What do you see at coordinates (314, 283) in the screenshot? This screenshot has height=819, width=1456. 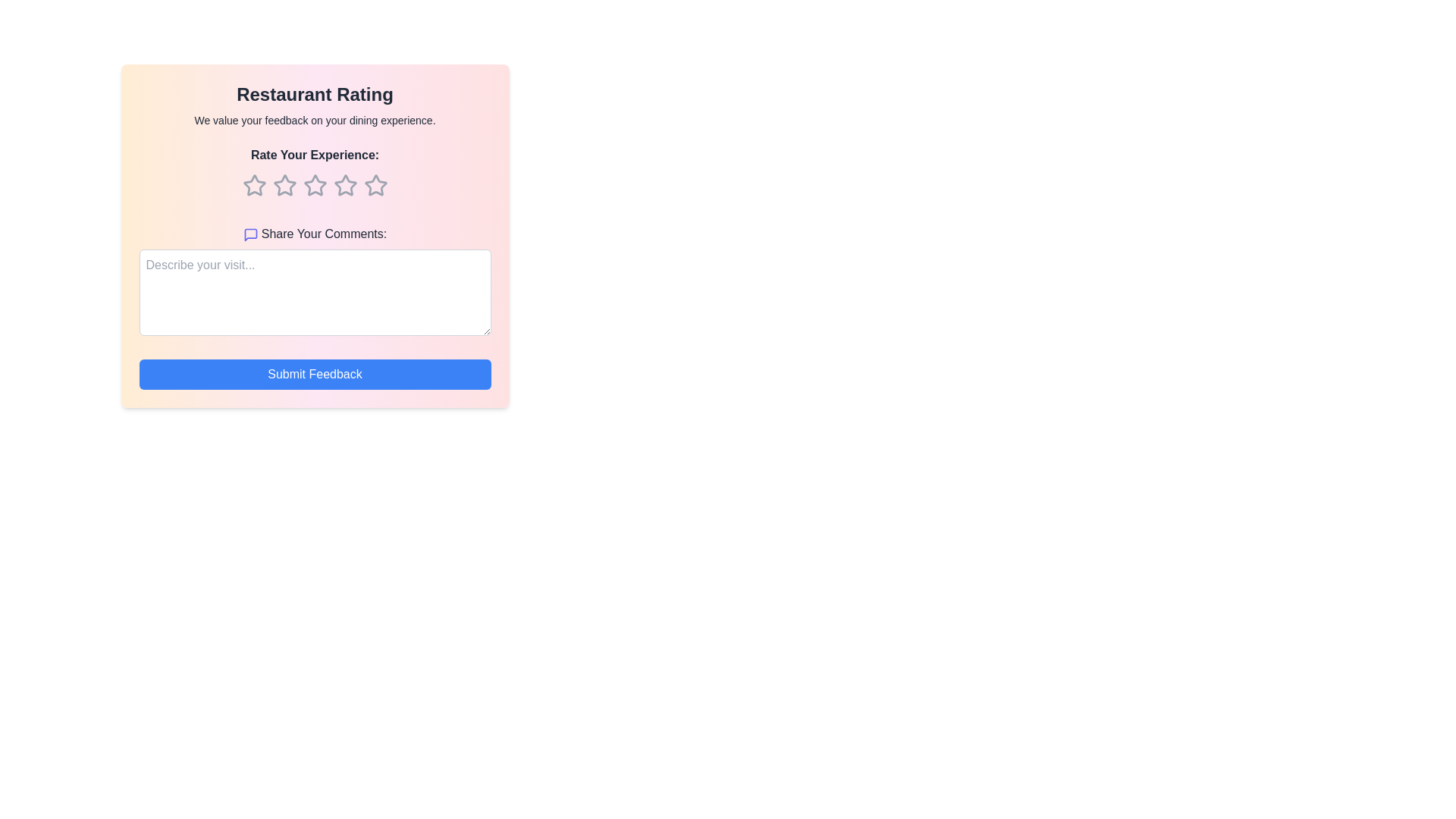 I see `the second input area under the 'Rate Your Experience:' section` at bounding box center [314, 283].